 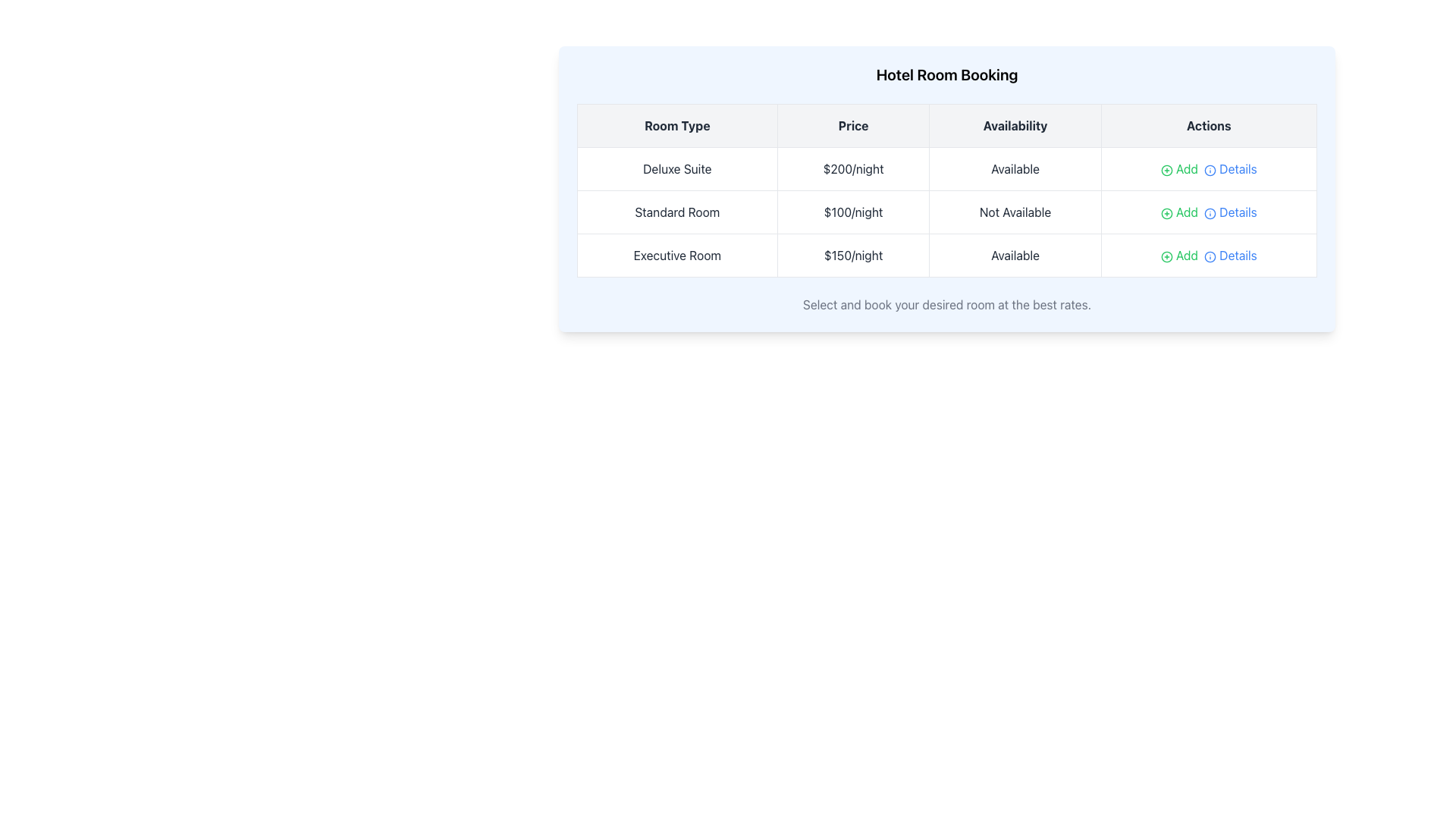 I want to click on the circular icon with a green border and red fill in the 'Actions' column of the 'Deluxe Suite' row, so click(x=1166, y=170).